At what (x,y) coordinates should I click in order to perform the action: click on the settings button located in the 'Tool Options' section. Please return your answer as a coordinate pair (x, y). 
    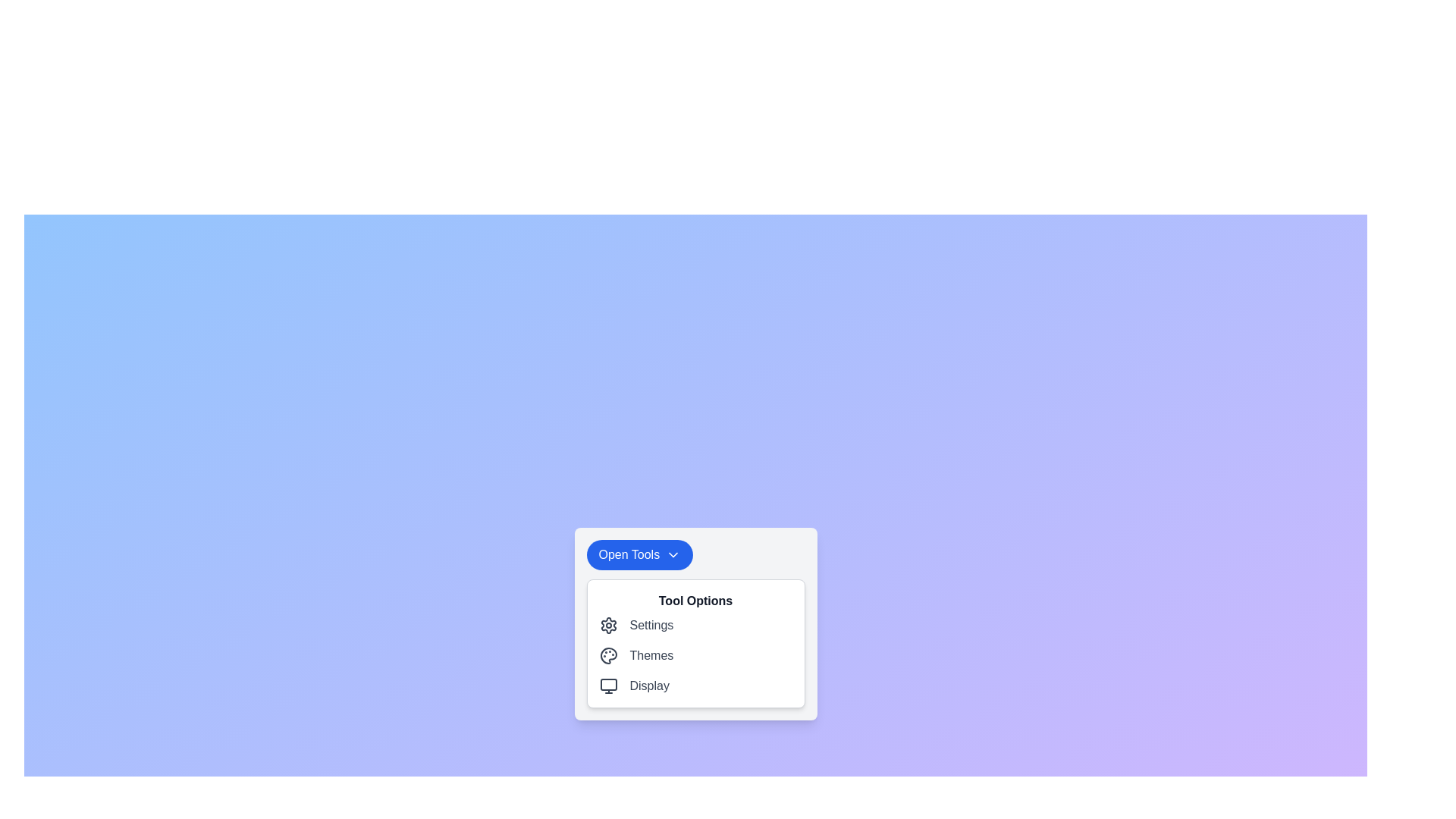
    Looking at the image, I should click on (695, 626).